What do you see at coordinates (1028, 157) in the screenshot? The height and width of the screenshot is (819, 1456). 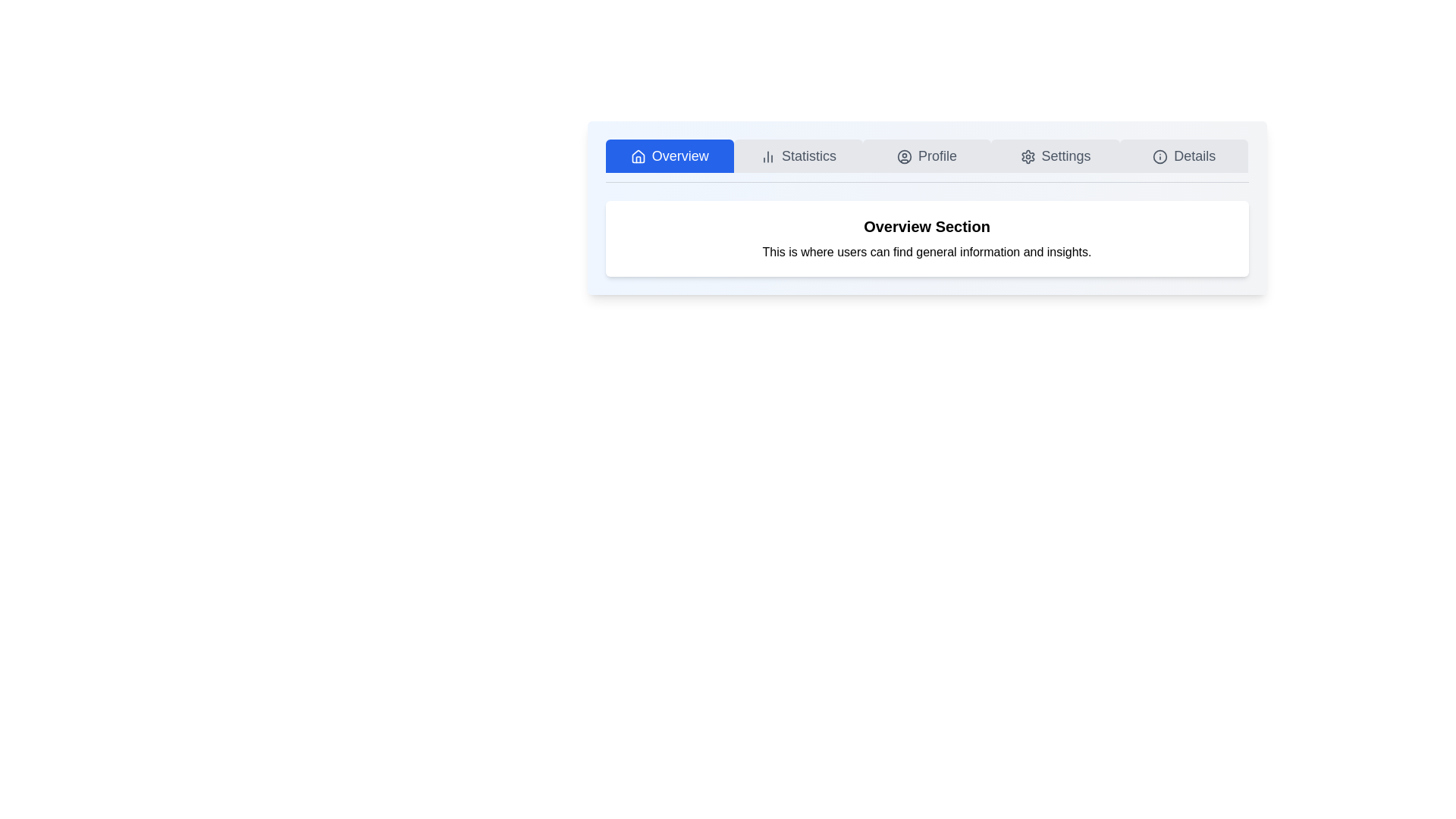 I see `the settings icon` at bounding box center [1028, 157].